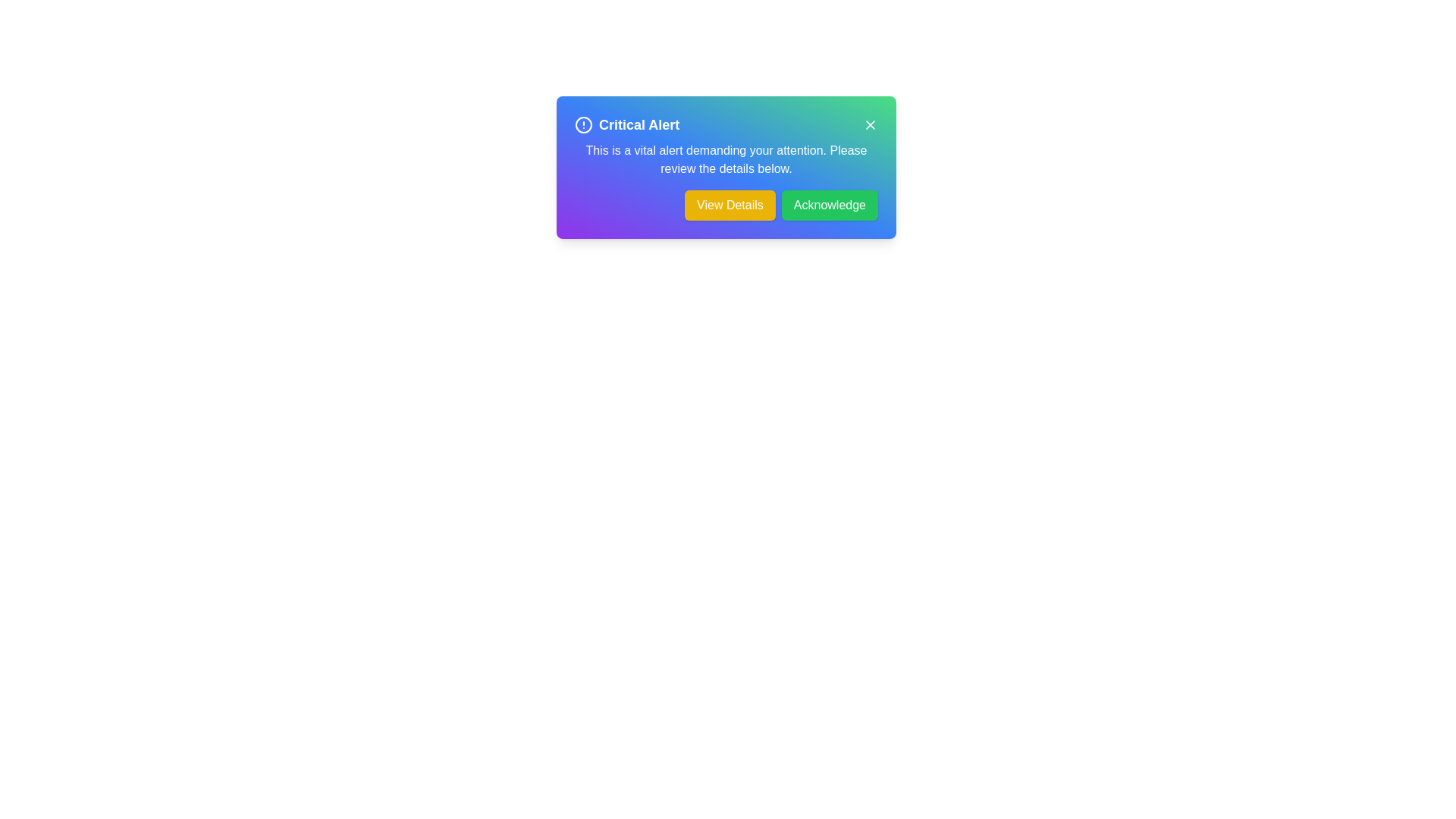 The width and height of the screenshot is (1456, 819). I want to click on bolded text 'Critical Alert' displayed in the notification box, which is located to the right of an alert icon at the top section of the notification component, so click(639, 124).